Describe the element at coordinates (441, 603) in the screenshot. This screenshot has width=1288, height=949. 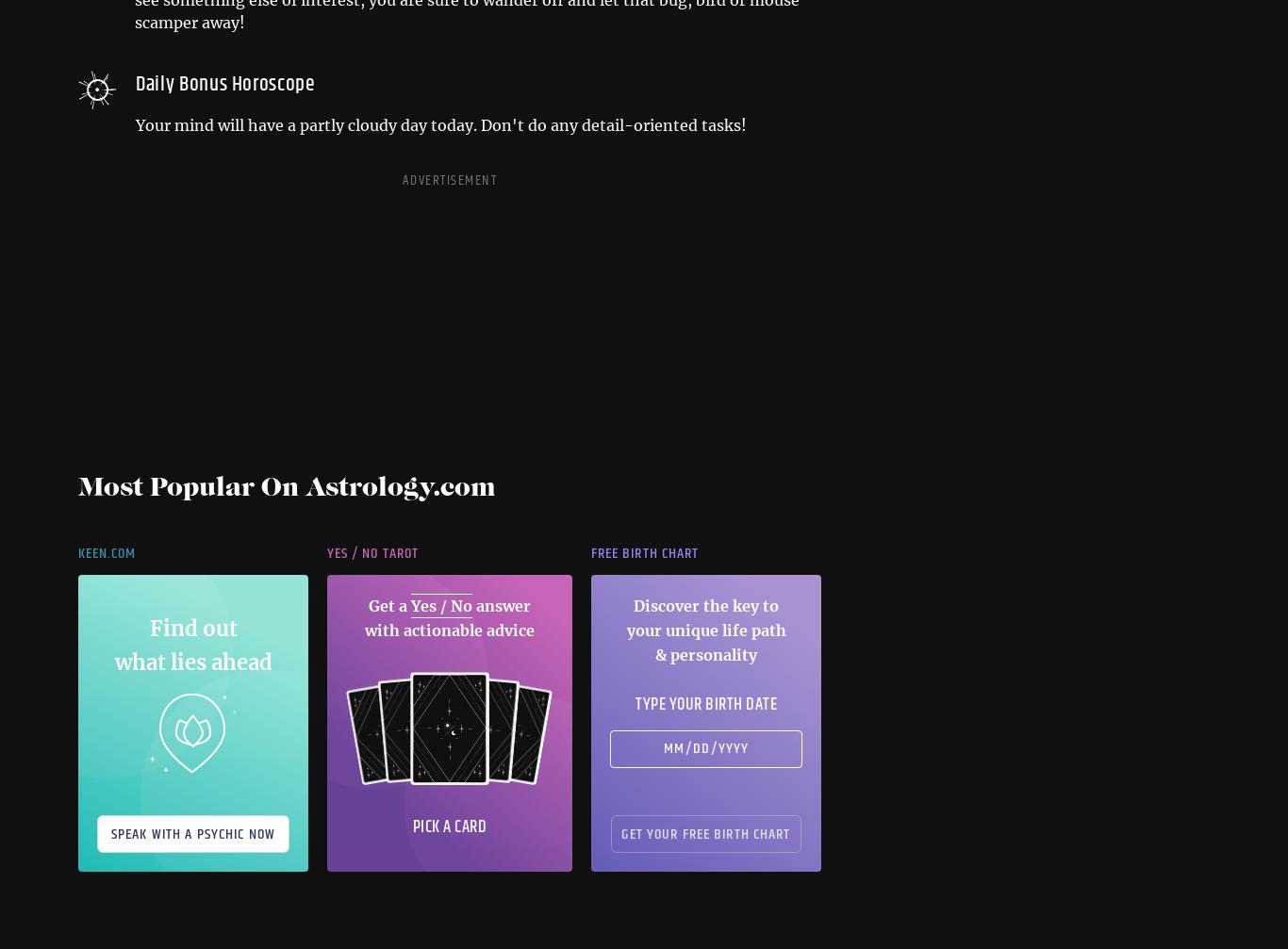
I see `'Yes / No'` at that location.